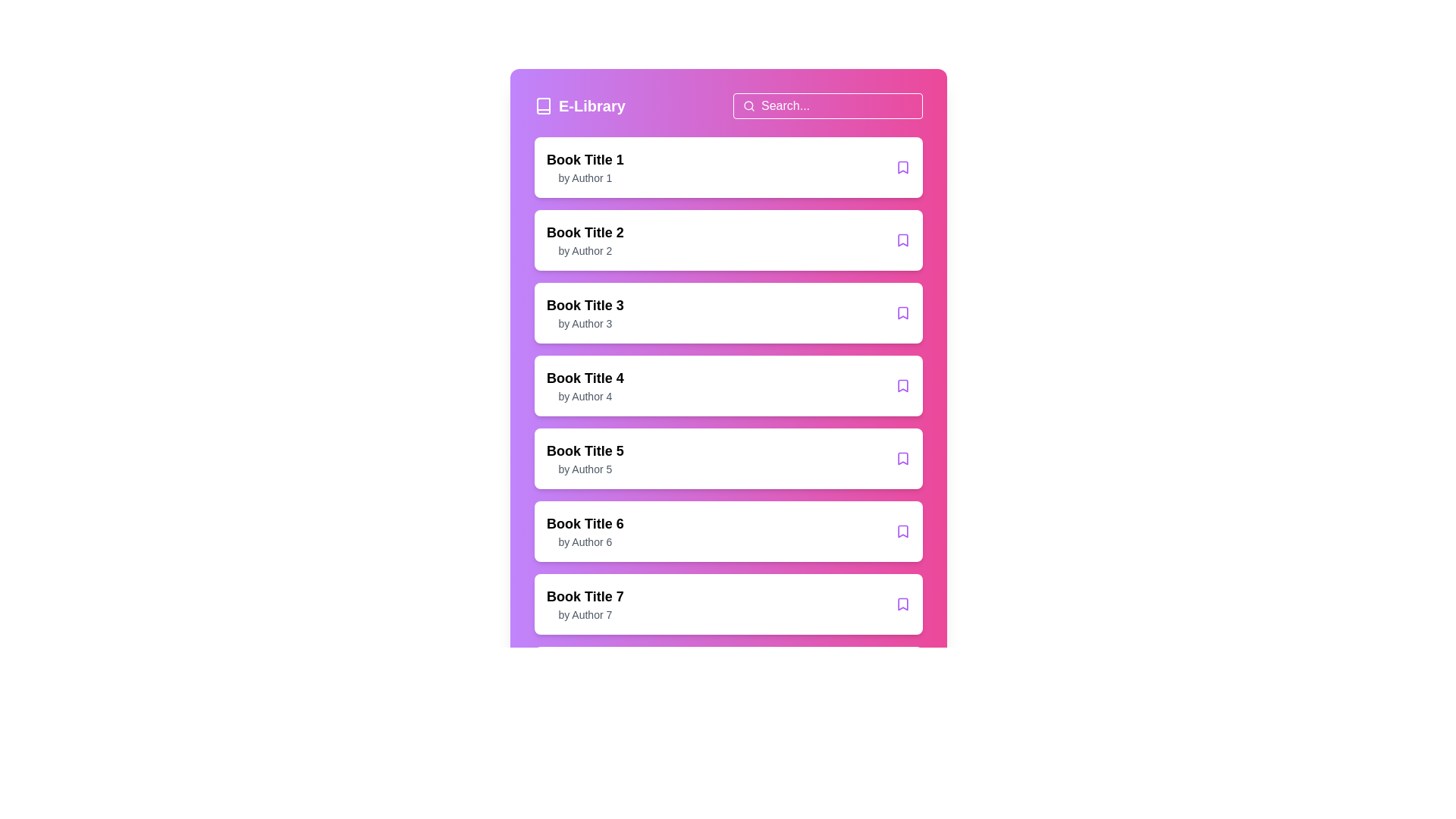 The image size is (1456, 819). I want to click on the bookmark icon in the seventh row labeled 'Book Title 7', so click(902, 604).